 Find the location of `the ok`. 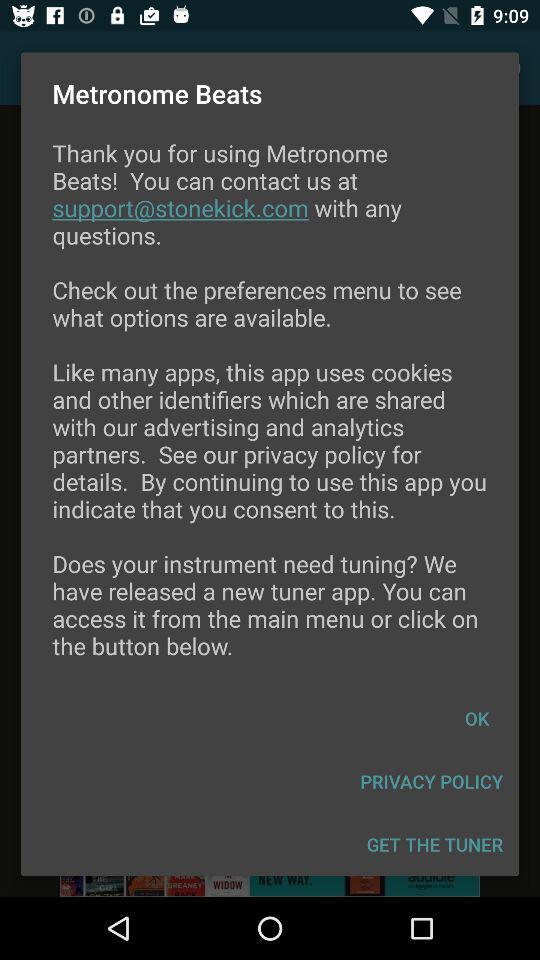

the ok is located at coordinates (475, 718).